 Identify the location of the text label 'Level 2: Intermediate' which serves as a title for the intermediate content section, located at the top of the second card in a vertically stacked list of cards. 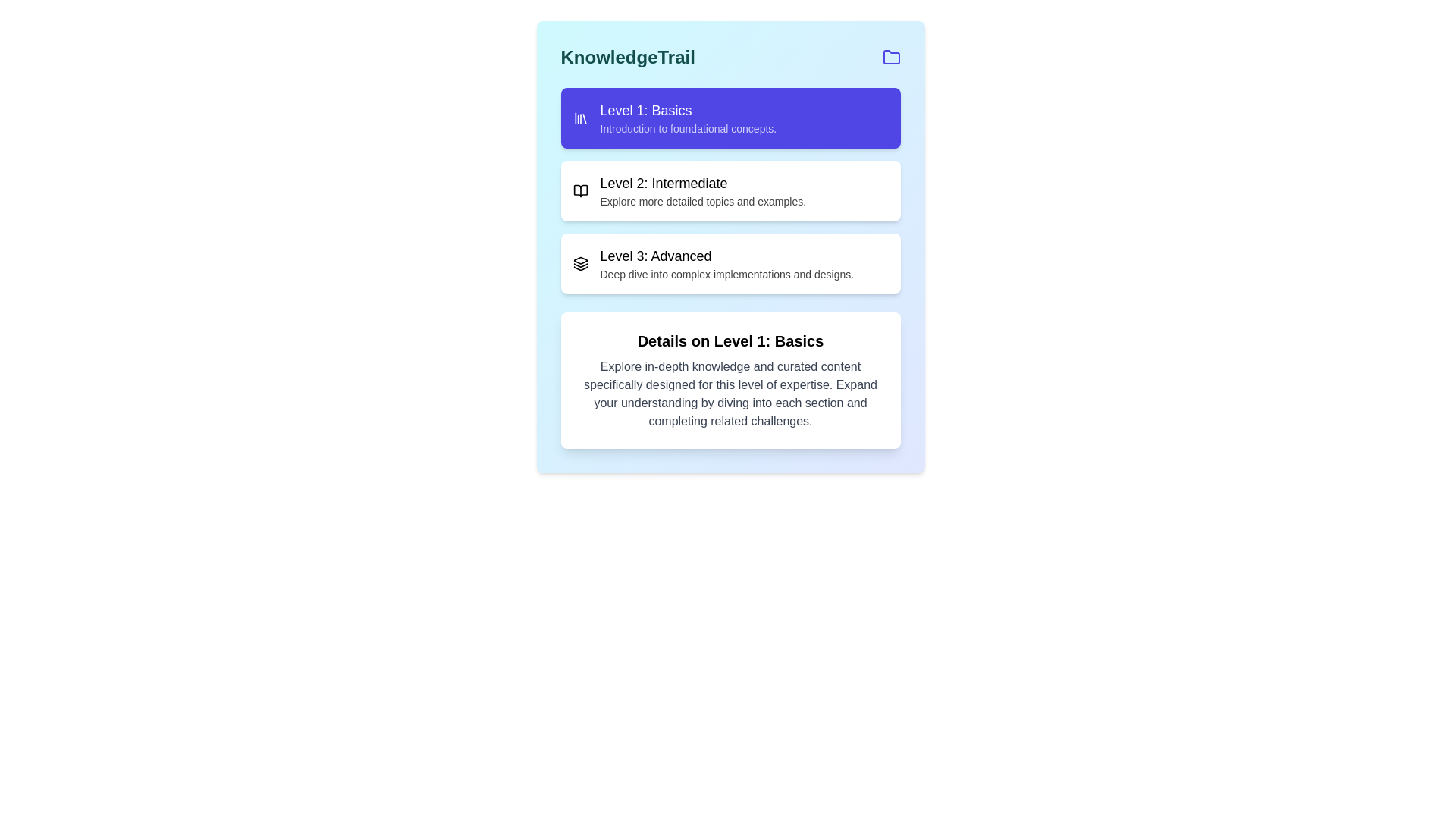
(702, 183).